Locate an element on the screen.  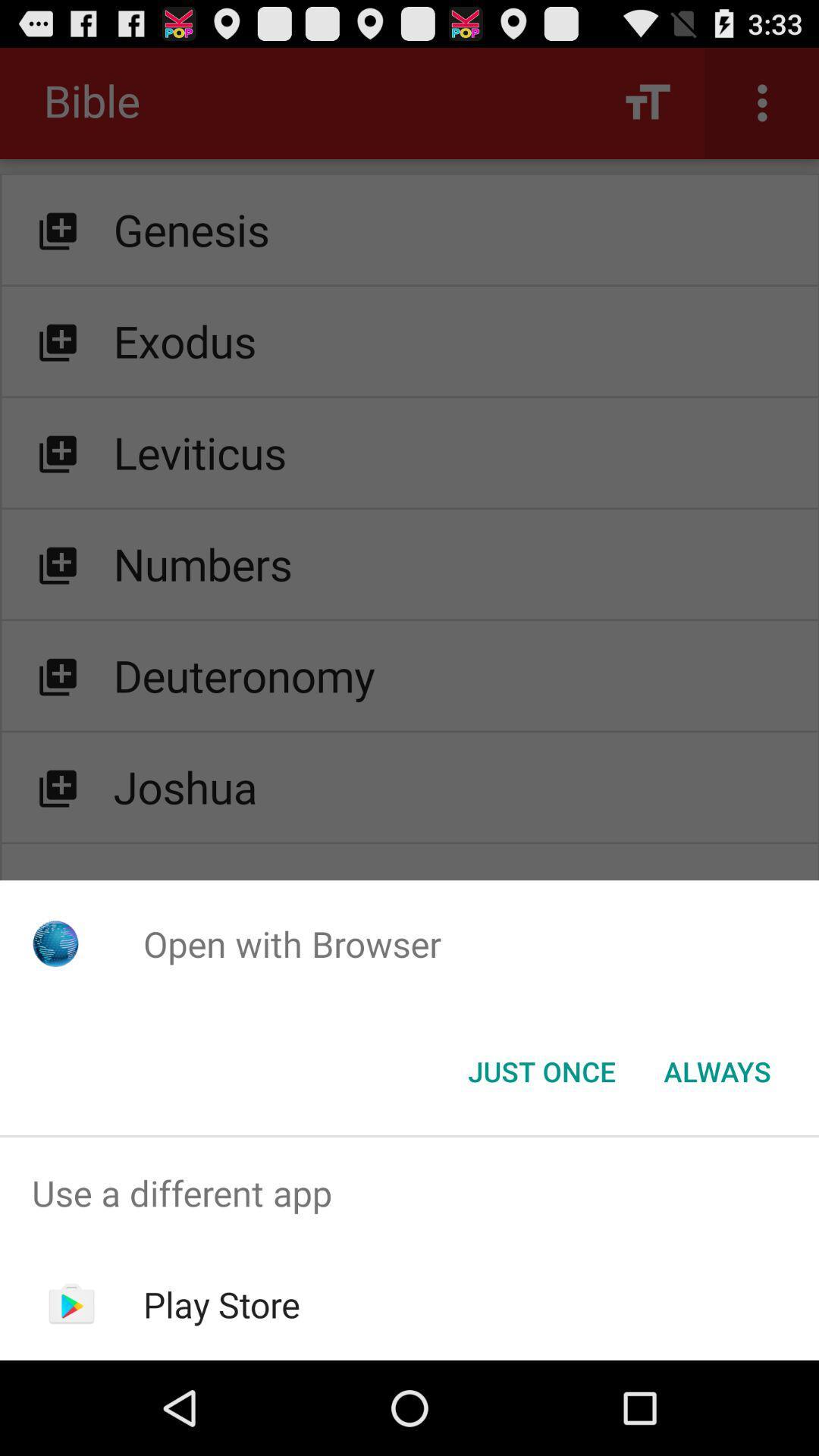
item below open with browser icon is located at coordinates (541, 1070).